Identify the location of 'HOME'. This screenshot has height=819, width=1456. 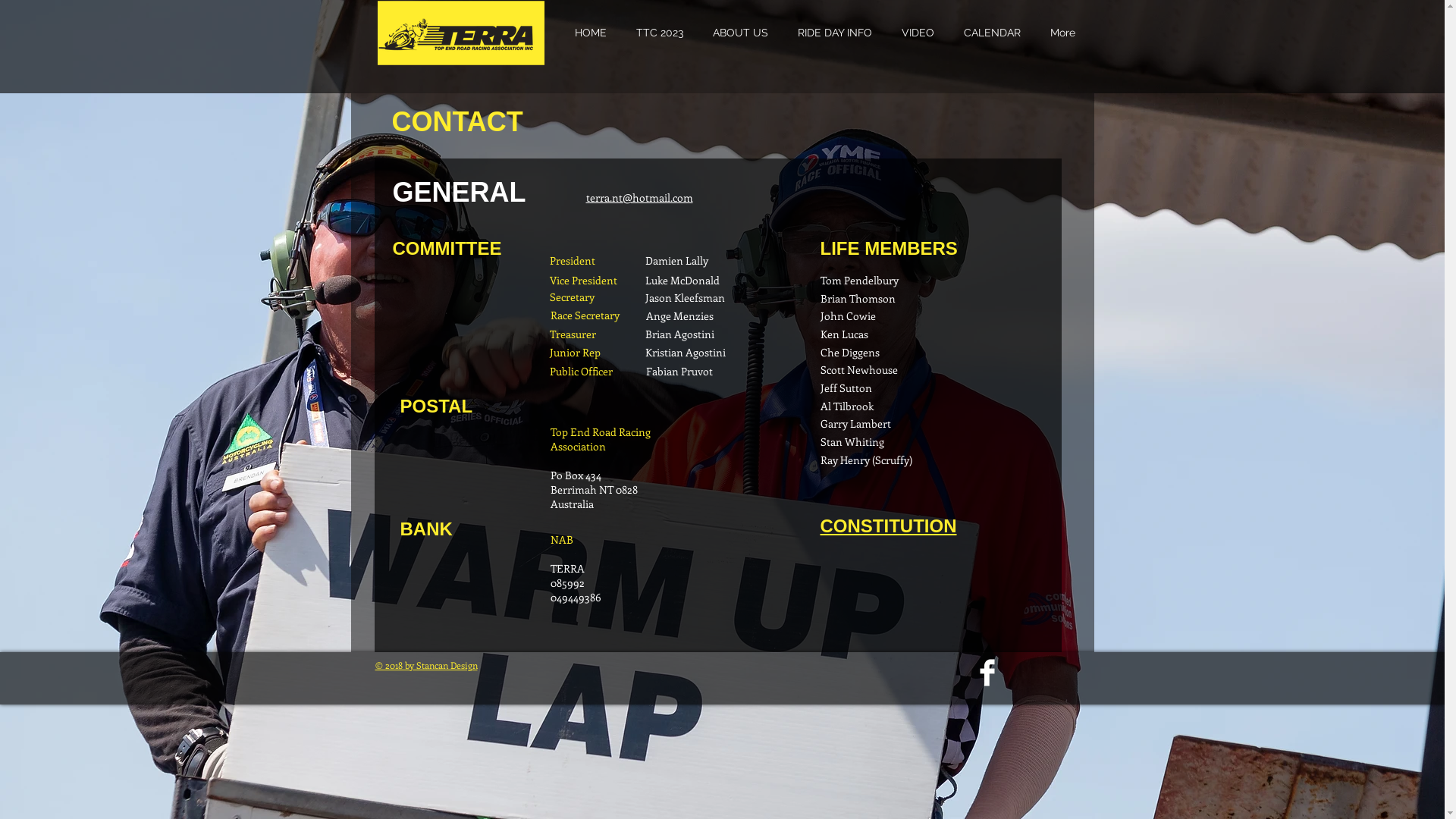
(589, 33).